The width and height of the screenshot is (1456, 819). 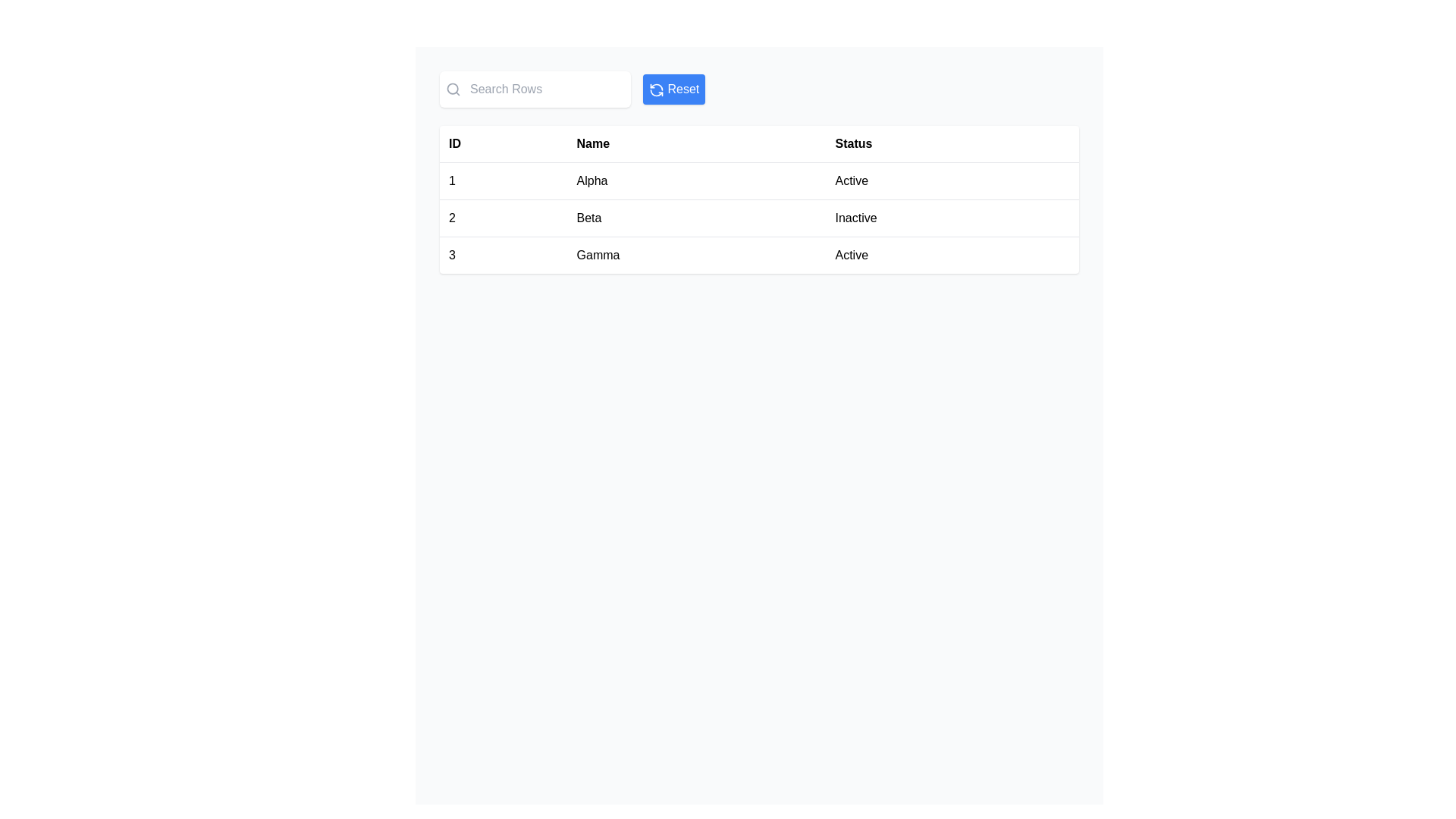 I want to click on the row containing '2', 'Beta', and 'Inactive', so click(x=759, y=218).